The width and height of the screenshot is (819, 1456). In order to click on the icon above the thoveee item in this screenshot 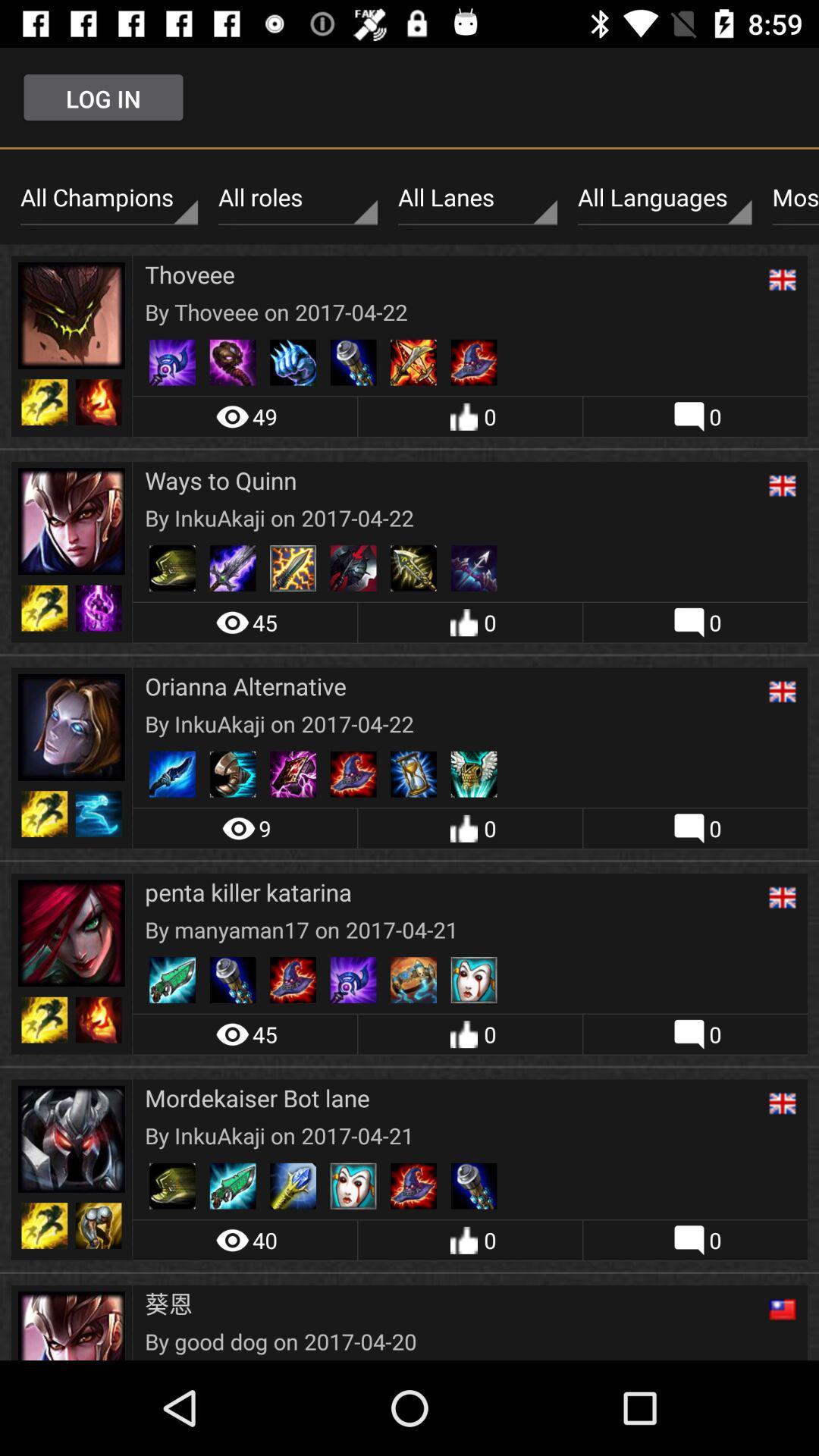, I will do `click(298, 197)`.